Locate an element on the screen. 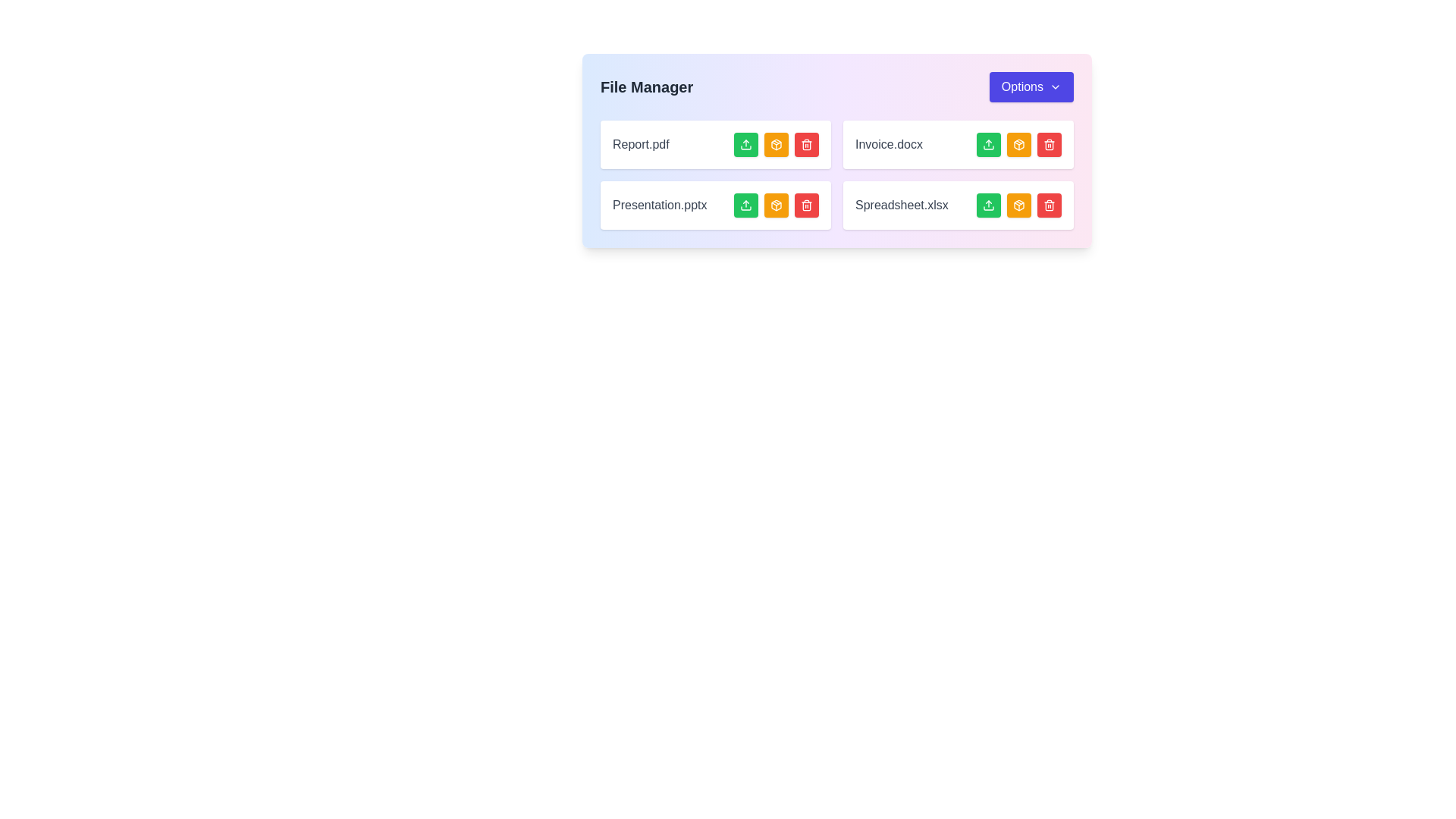 The image size is (1456, 819). the upload icon, represented by a green square with a white arrow pointing upwards, located in the bottom-right corner of the file manager interface next to Spreadsheet.xlsx is located at coordinates (989, 205).